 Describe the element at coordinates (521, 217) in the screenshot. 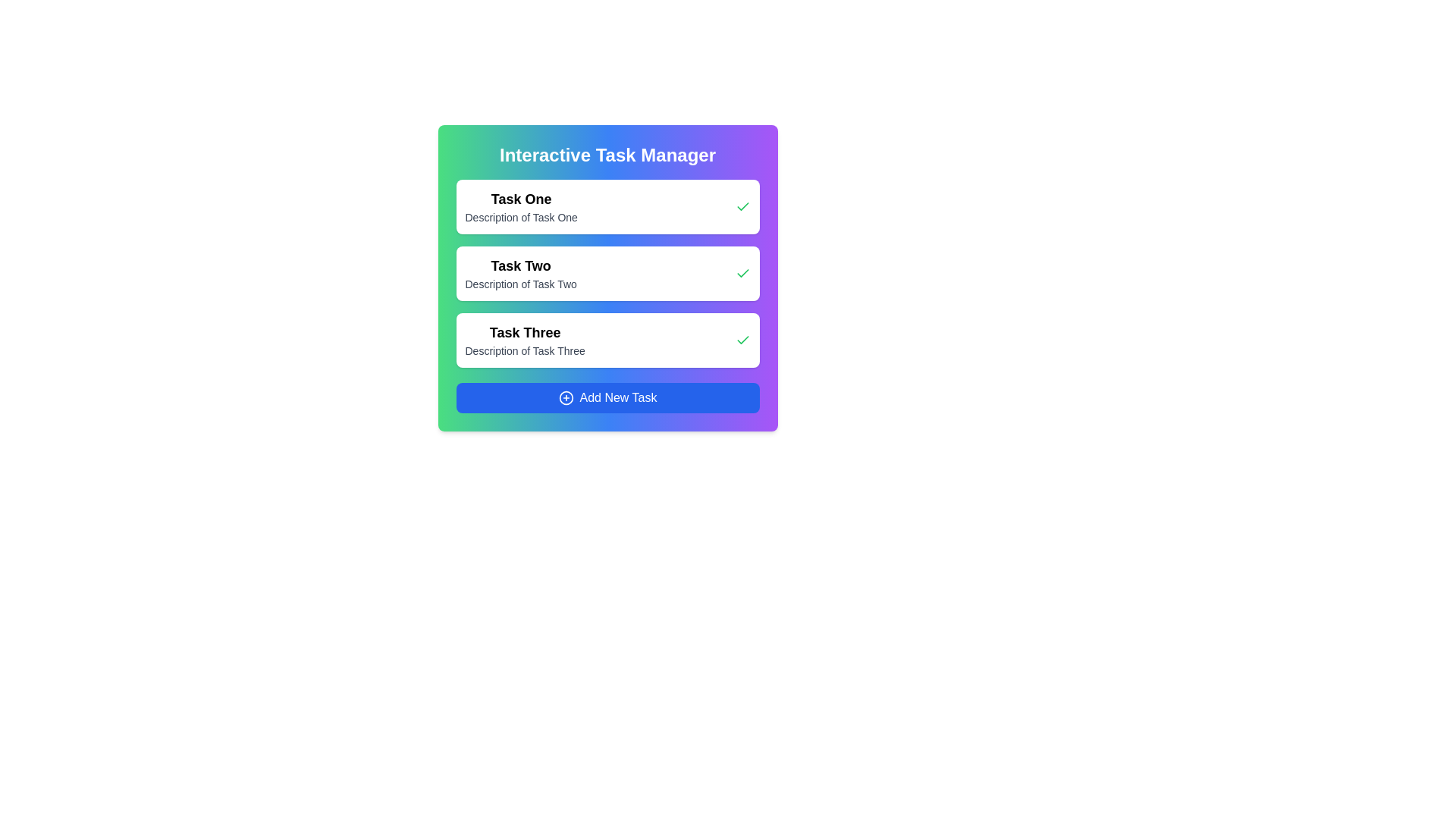

I see `the text label displaying 'Description of Task One', which is located below the title 'Task One' in the interface` at that location.